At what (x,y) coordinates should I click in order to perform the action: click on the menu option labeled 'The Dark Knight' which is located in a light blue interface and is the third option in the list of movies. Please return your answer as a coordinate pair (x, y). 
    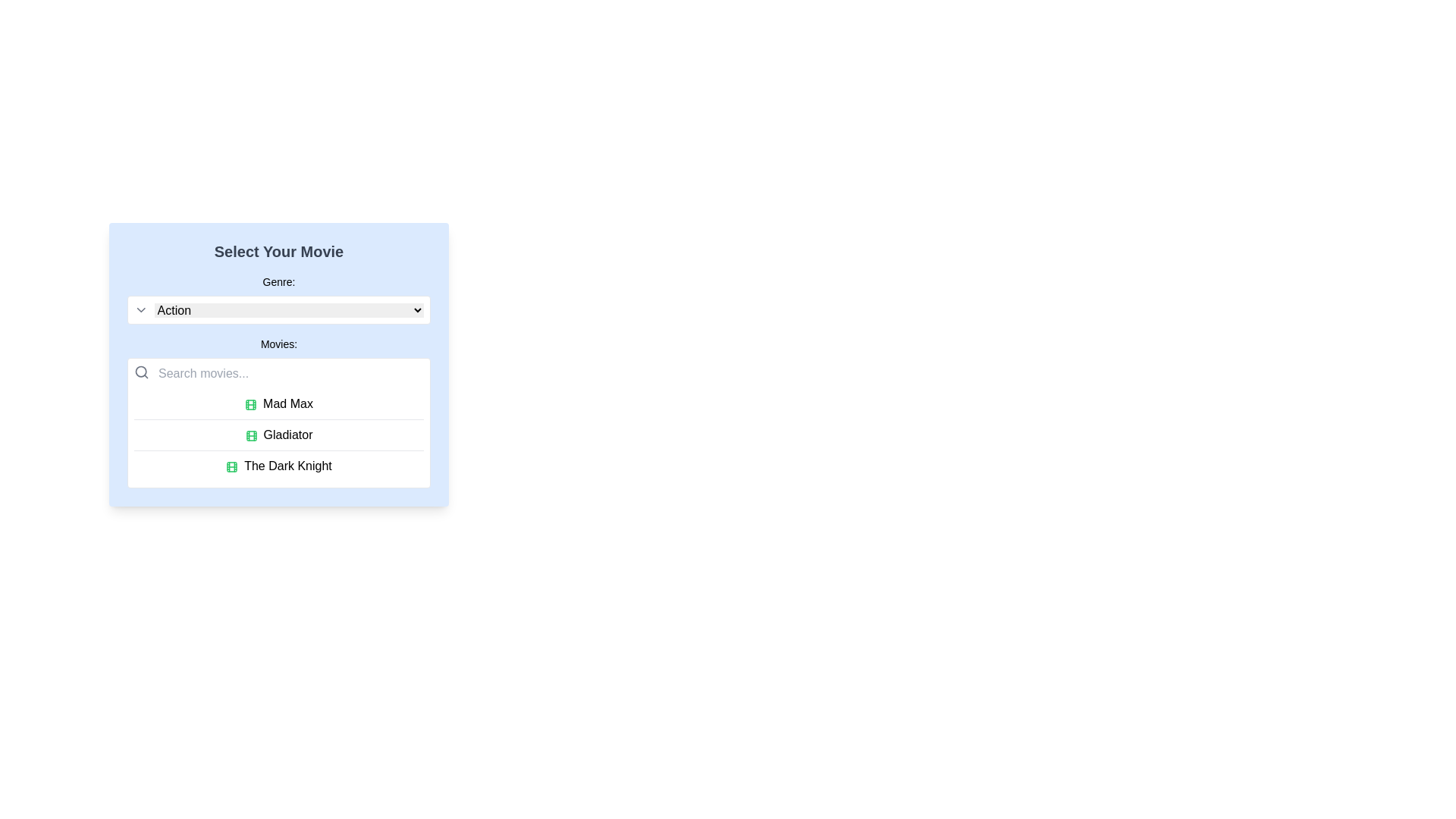
    Looking at the image, I should click on (279, 464).